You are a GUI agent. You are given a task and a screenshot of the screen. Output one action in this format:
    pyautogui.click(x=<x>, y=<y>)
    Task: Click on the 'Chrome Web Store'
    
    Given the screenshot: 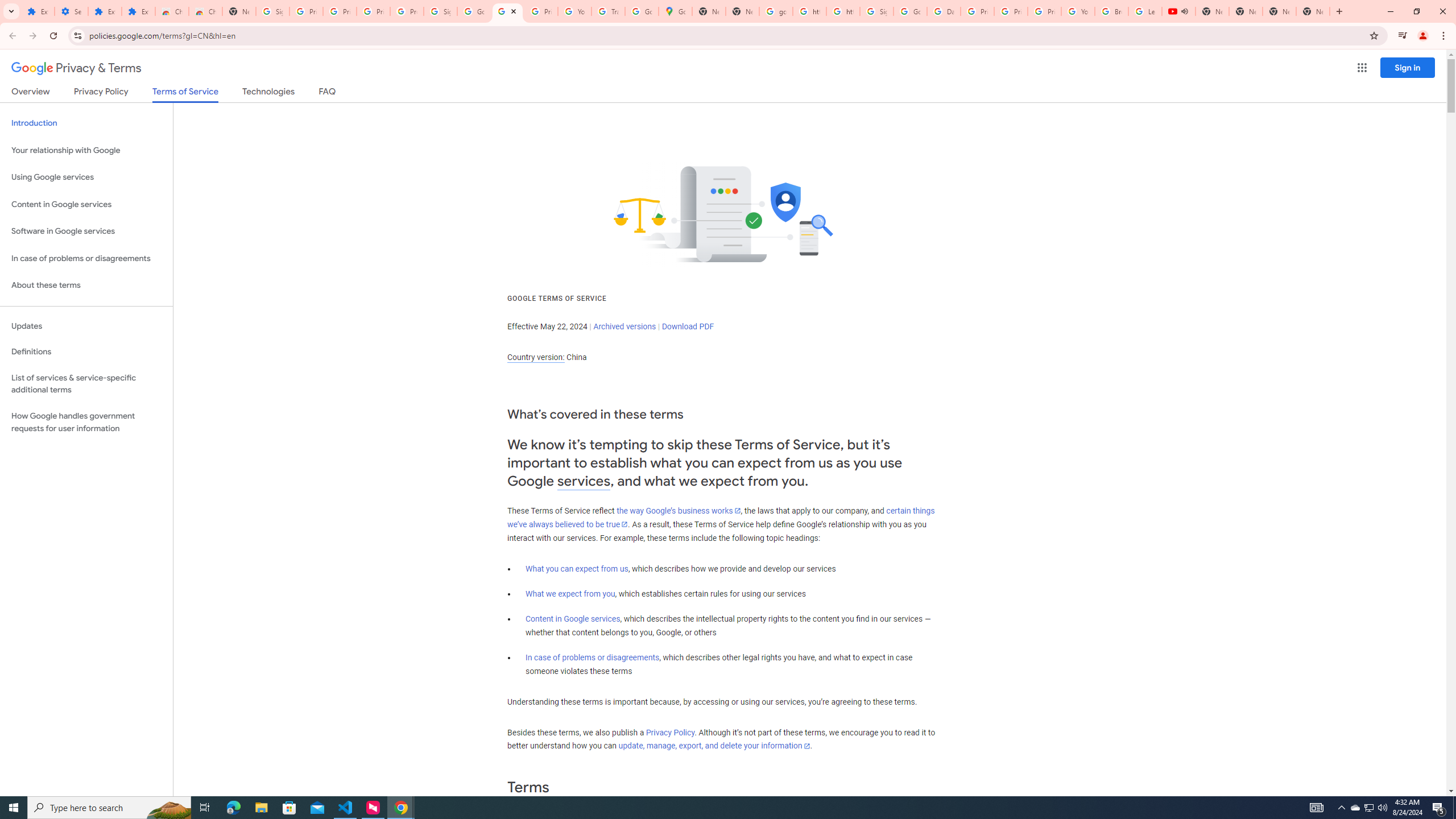 What is the action you would take?
    pyautogui.click(x=171, y=11)
    